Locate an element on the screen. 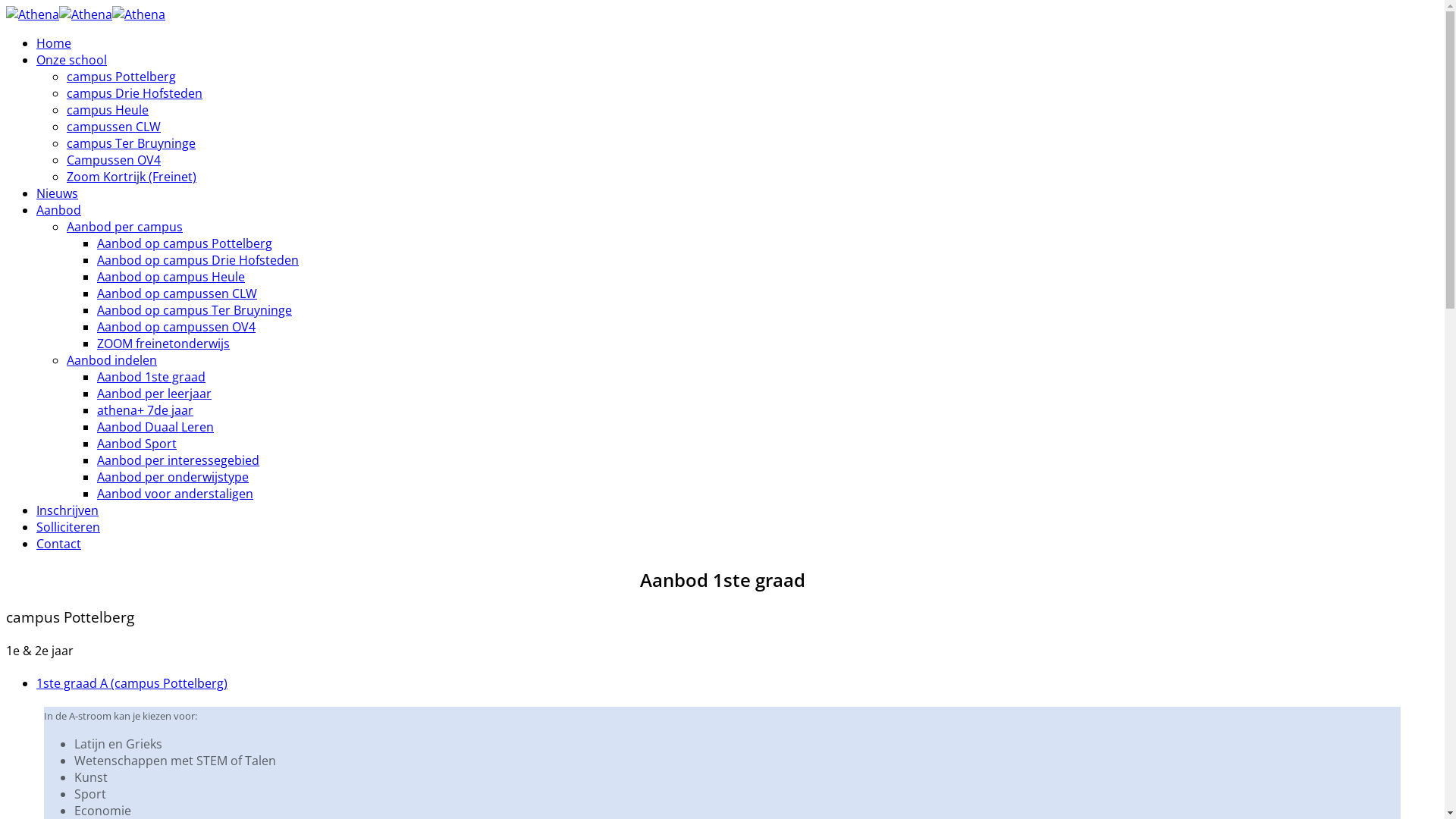  'Aanbod voor anderstaligen' is located at coordinates (174, 494).